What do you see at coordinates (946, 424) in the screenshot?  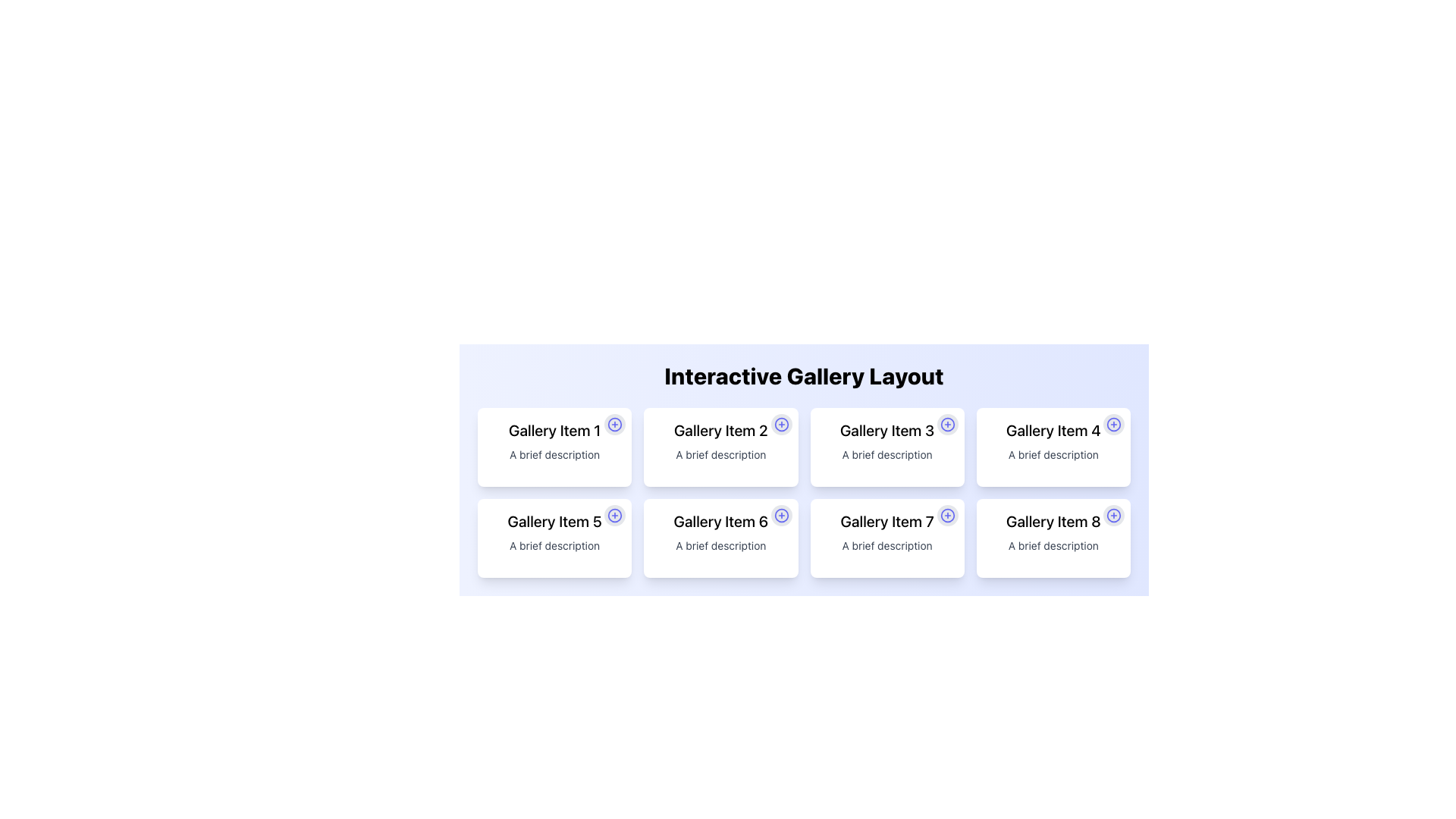 I see `the interactive button located in the top-right corner of the card labeled 'Gallery Item 3'` at bounding box center [946, 424].